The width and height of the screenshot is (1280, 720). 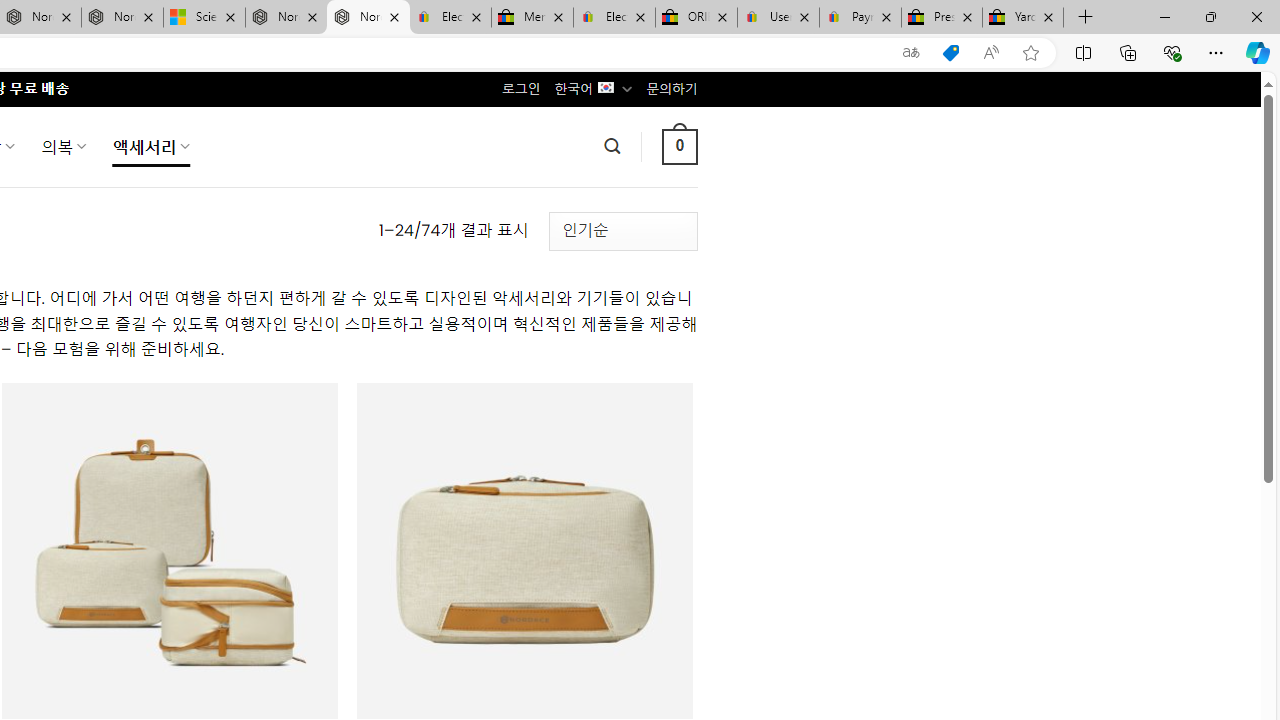 I want to click on 'User Privacy Notice | eBay', so click(x=777, y=17).